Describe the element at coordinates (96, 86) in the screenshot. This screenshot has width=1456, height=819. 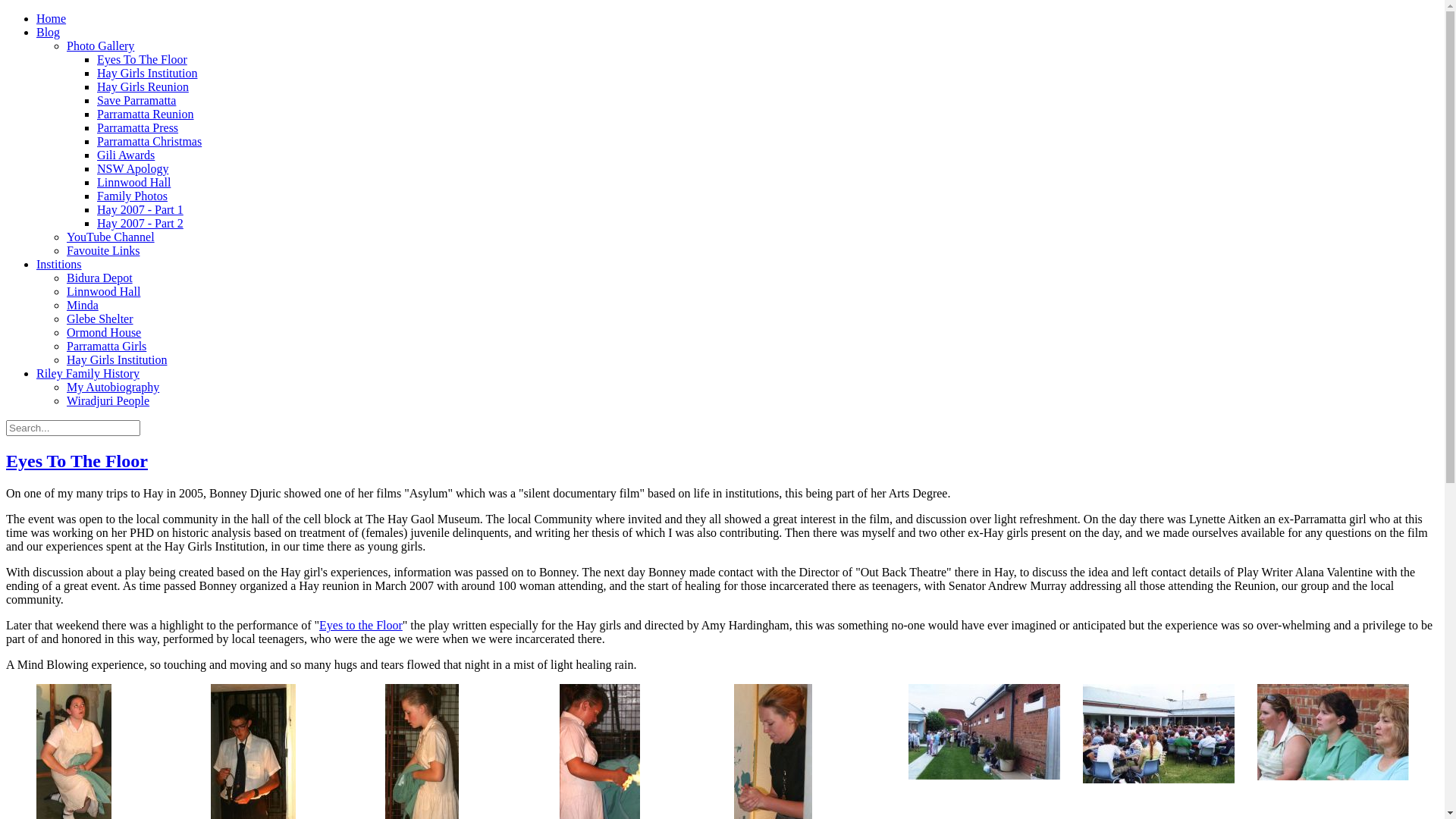
I see `'Hay Girls Reunion'` at that location.